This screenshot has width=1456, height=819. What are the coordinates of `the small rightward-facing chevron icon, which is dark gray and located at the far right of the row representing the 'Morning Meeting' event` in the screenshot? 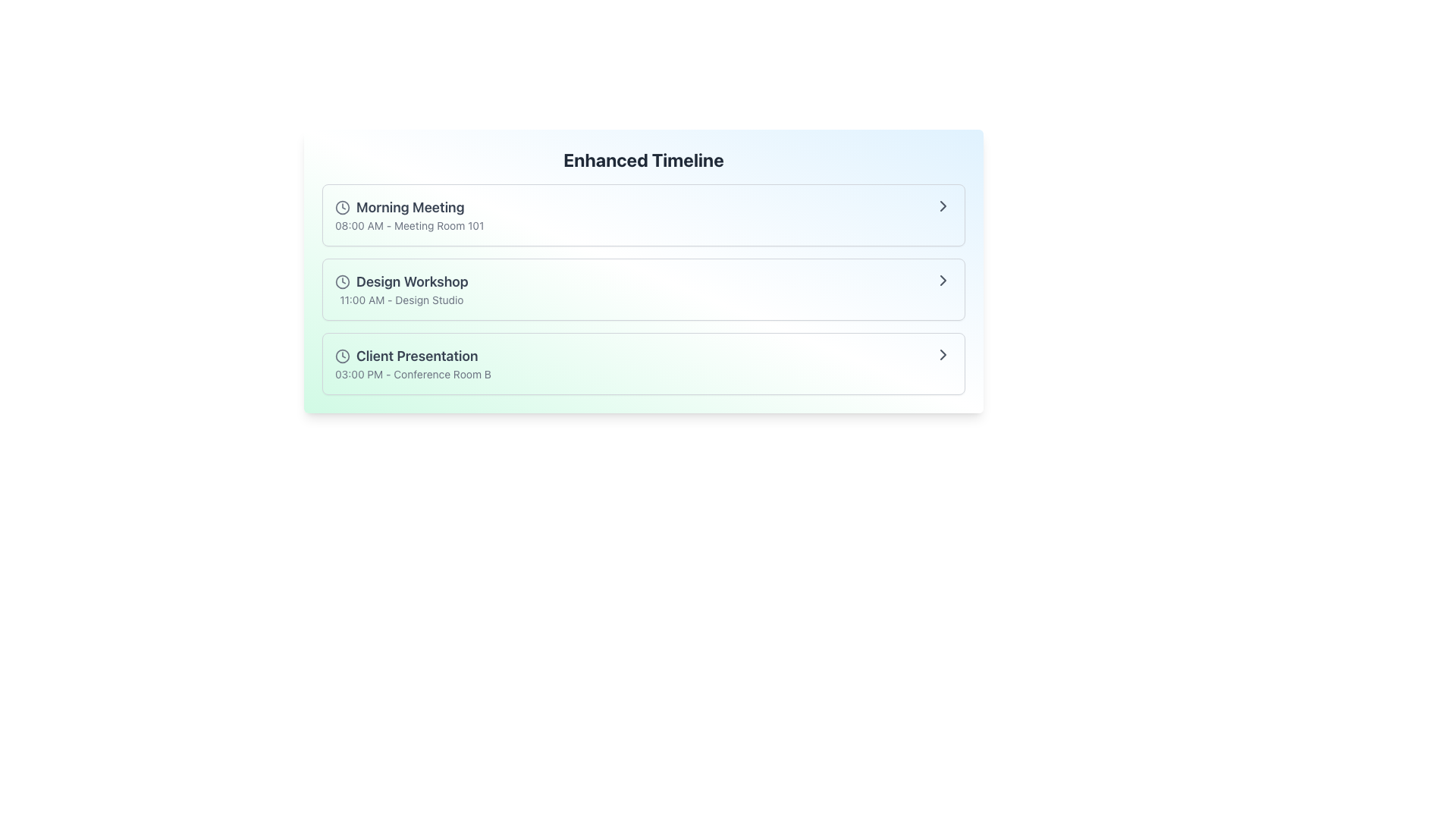 It's located at (942, 206).